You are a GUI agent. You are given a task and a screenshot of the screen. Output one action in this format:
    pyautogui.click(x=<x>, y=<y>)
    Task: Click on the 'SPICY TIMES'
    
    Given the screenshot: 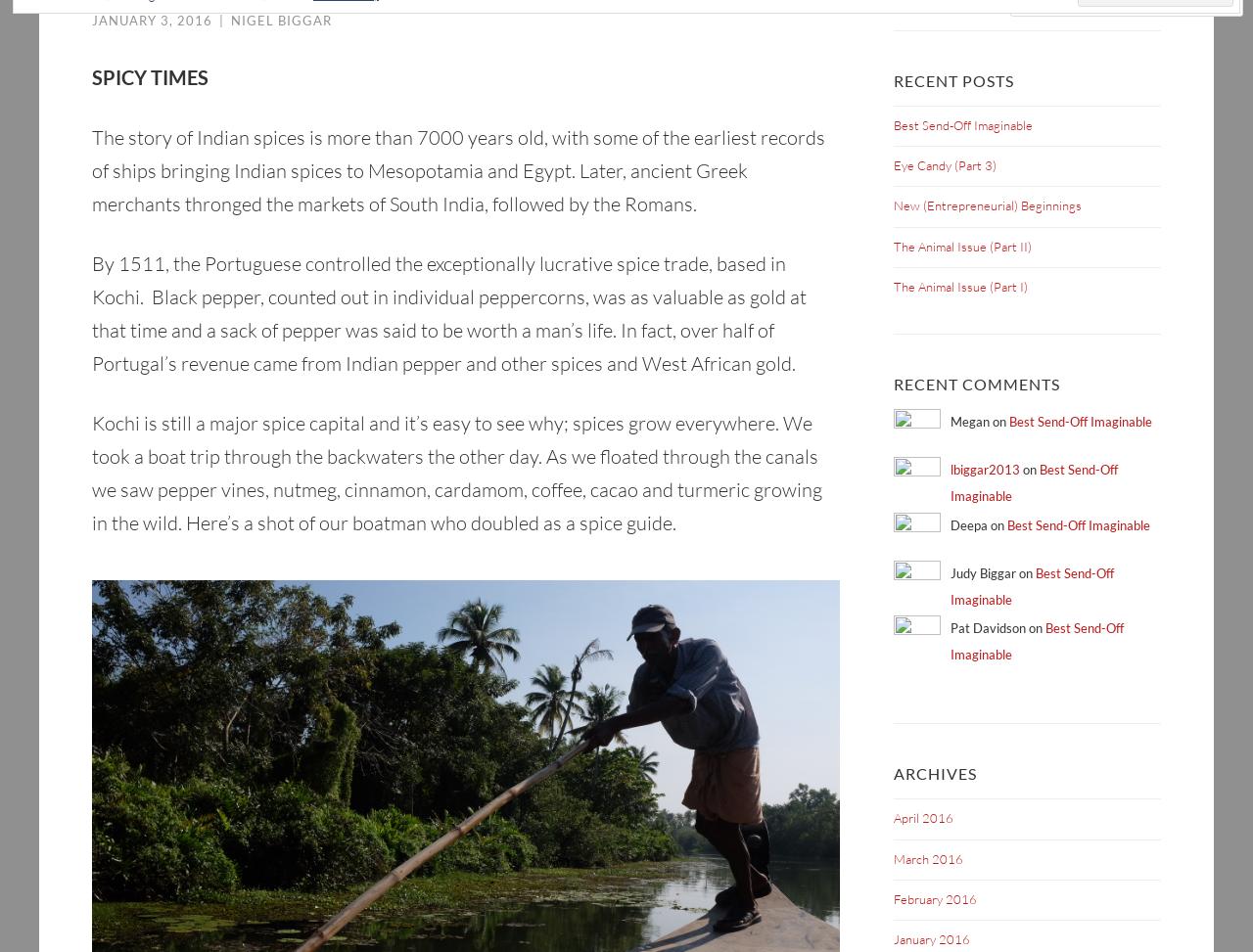 What is the action you would take?
    pyautogui.click(x=149, y=76)
    